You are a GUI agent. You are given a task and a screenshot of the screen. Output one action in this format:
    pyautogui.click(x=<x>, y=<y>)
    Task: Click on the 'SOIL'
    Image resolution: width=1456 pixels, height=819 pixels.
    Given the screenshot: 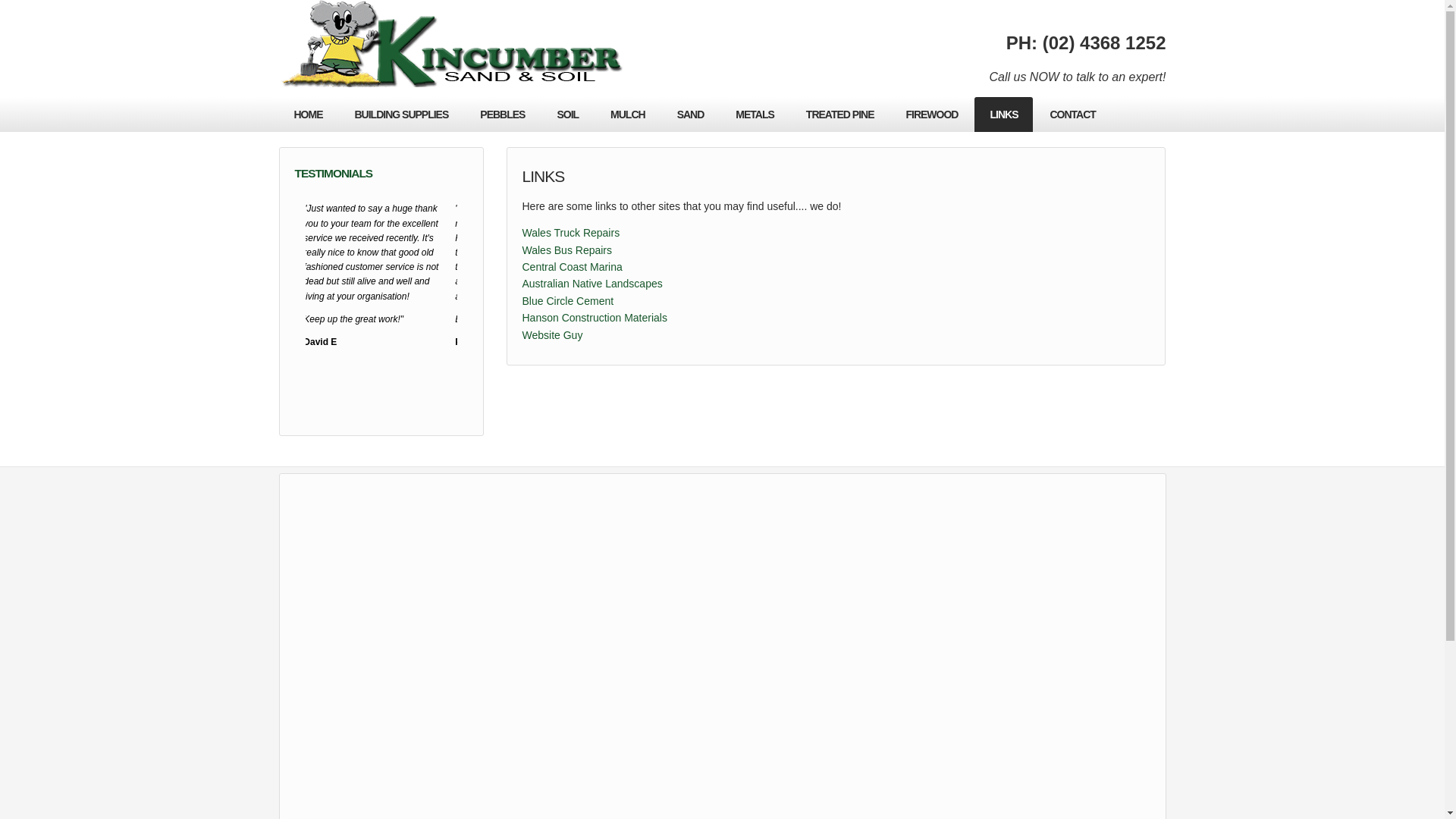 What is the action you would take?
    pyautogui.click(x=566, y=113)
    